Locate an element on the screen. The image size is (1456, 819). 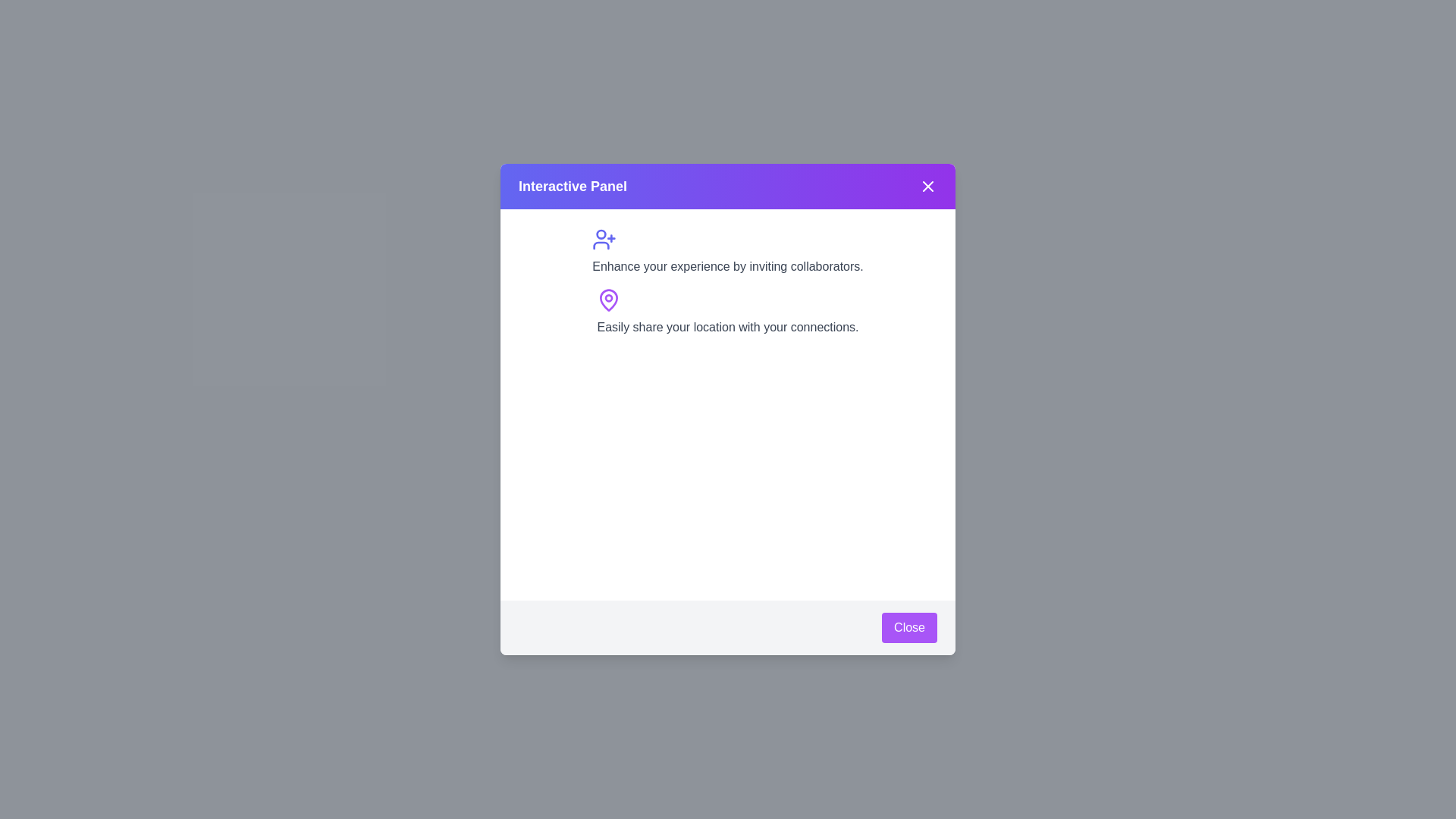
the Close or Dismiss Icon, which is a diagonal cross icon located in the top-right corner of the purple header bar labeled 'Interactive Panel' is located at coordinates (927, 186).